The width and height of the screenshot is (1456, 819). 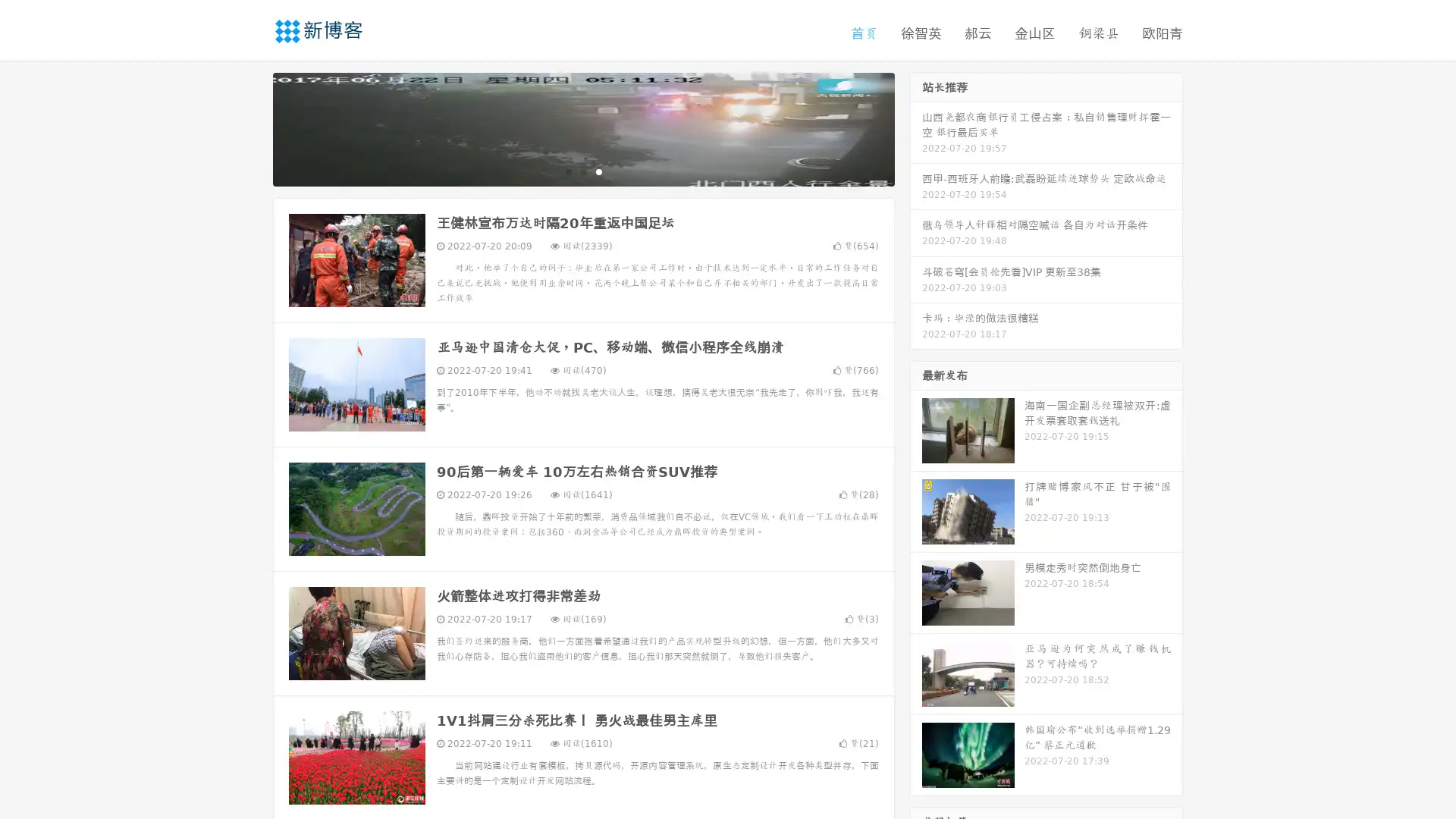 What do you see at coordinates (582, 171) in the screenshot?
I see `Go to slide 2` at bounding box center [582, 171].